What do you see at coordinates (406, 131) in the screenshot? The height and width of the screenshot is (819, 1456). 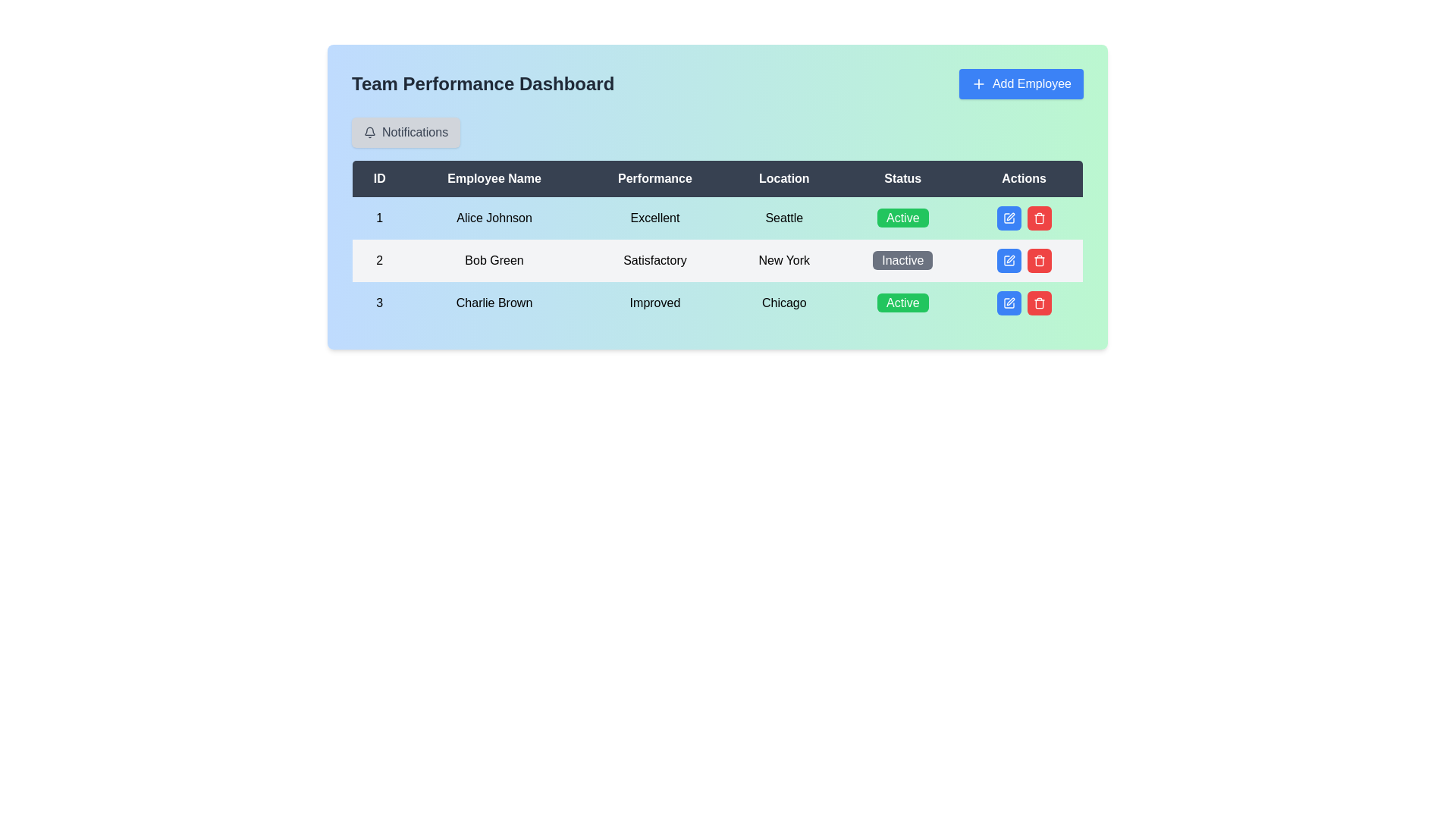 I see `the button located near the top-left section of the interface` at bounding box center [406, 131].